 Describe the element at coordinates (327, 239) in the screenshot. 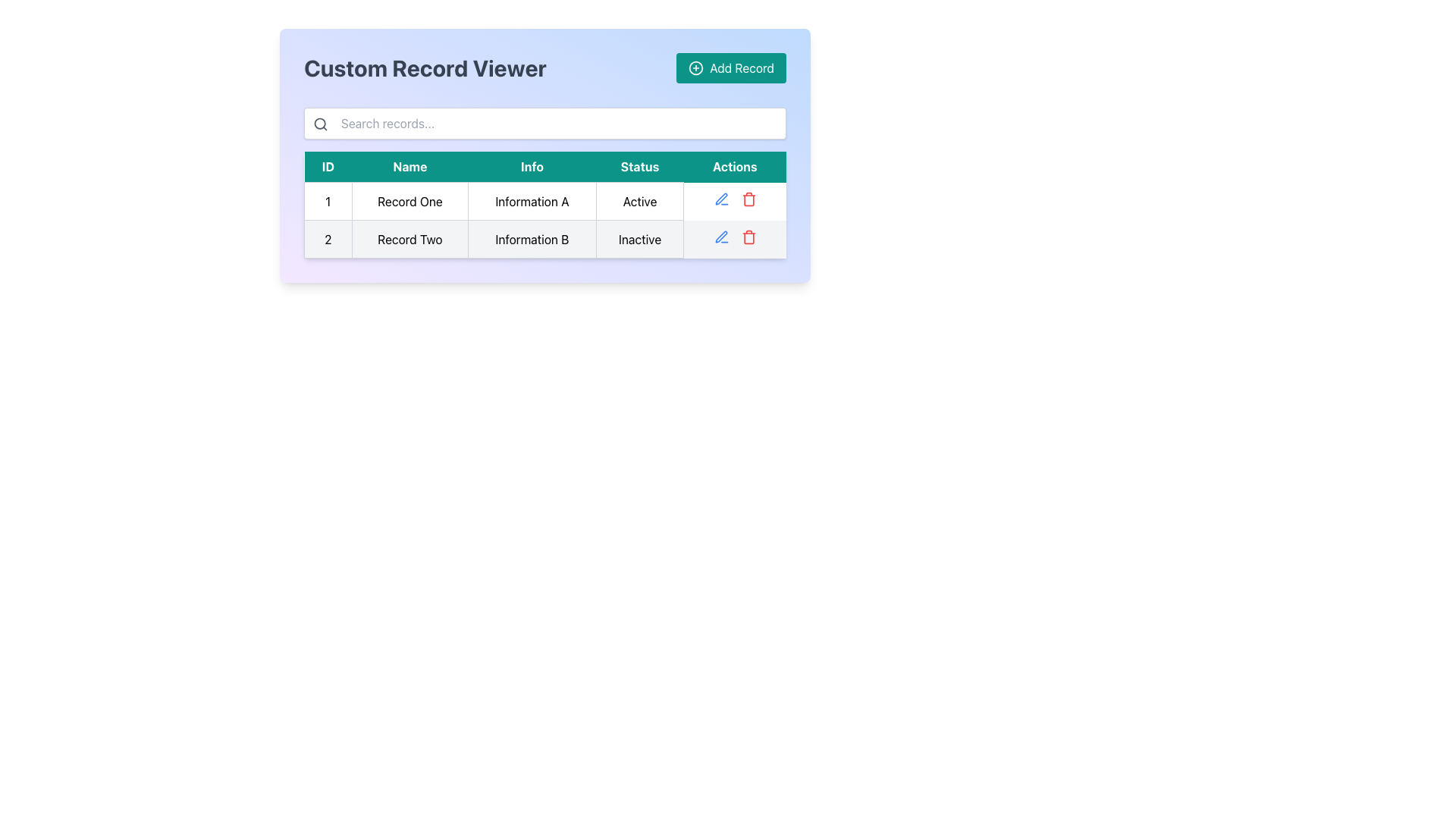

I see `the Table Cell that serves as a label for the row, located in the second row and first column of the table, corresponding to the 'ID' column` at that location.